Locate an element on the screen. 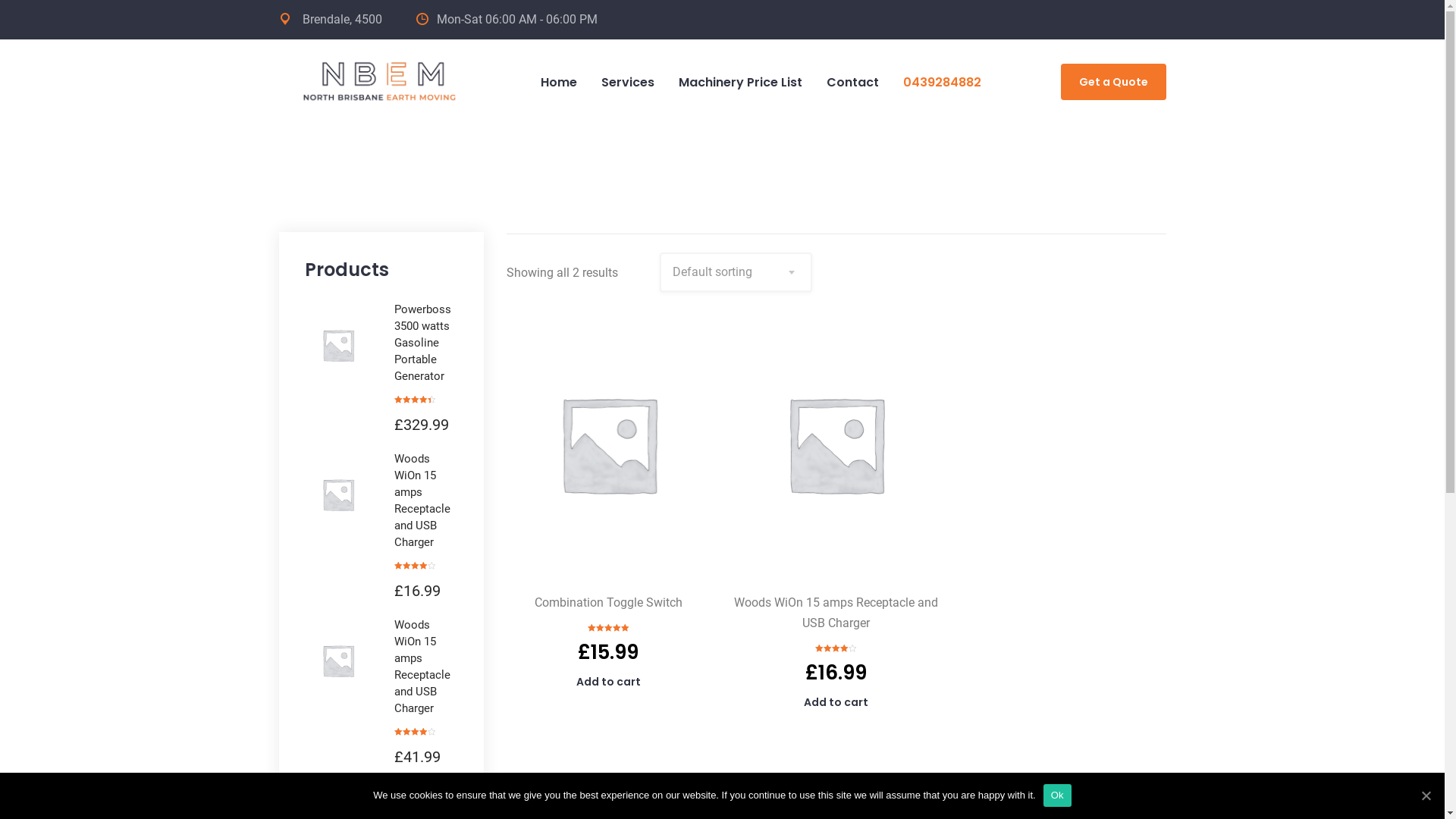 The height and width of the screenshot is (819, 1456). 'Woods WiOn 15 amps Receptacle and USB Charger' is located at coordinates (394, 666).